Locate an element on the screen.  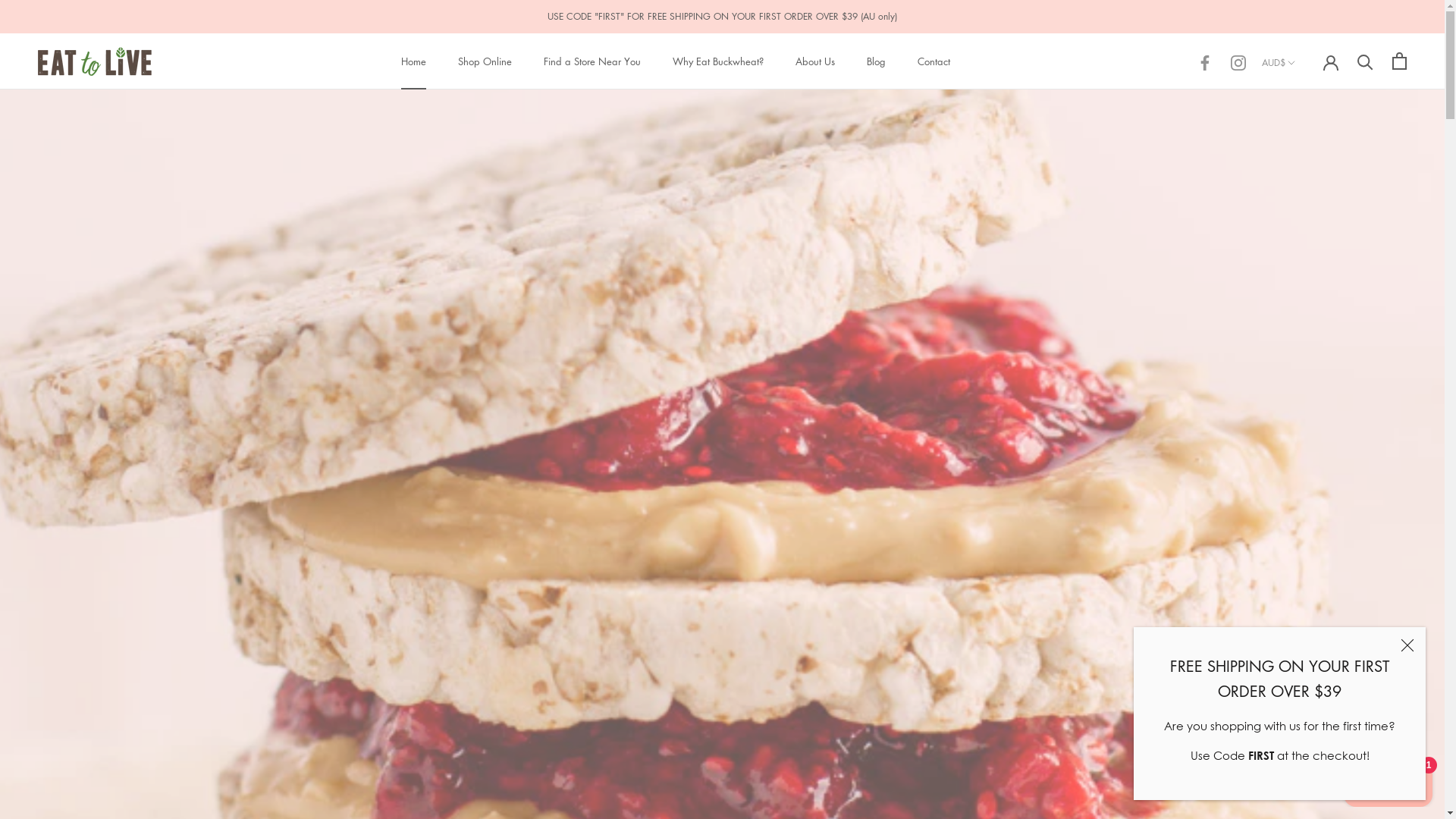
'Contact is located at coordinates (933, 60).